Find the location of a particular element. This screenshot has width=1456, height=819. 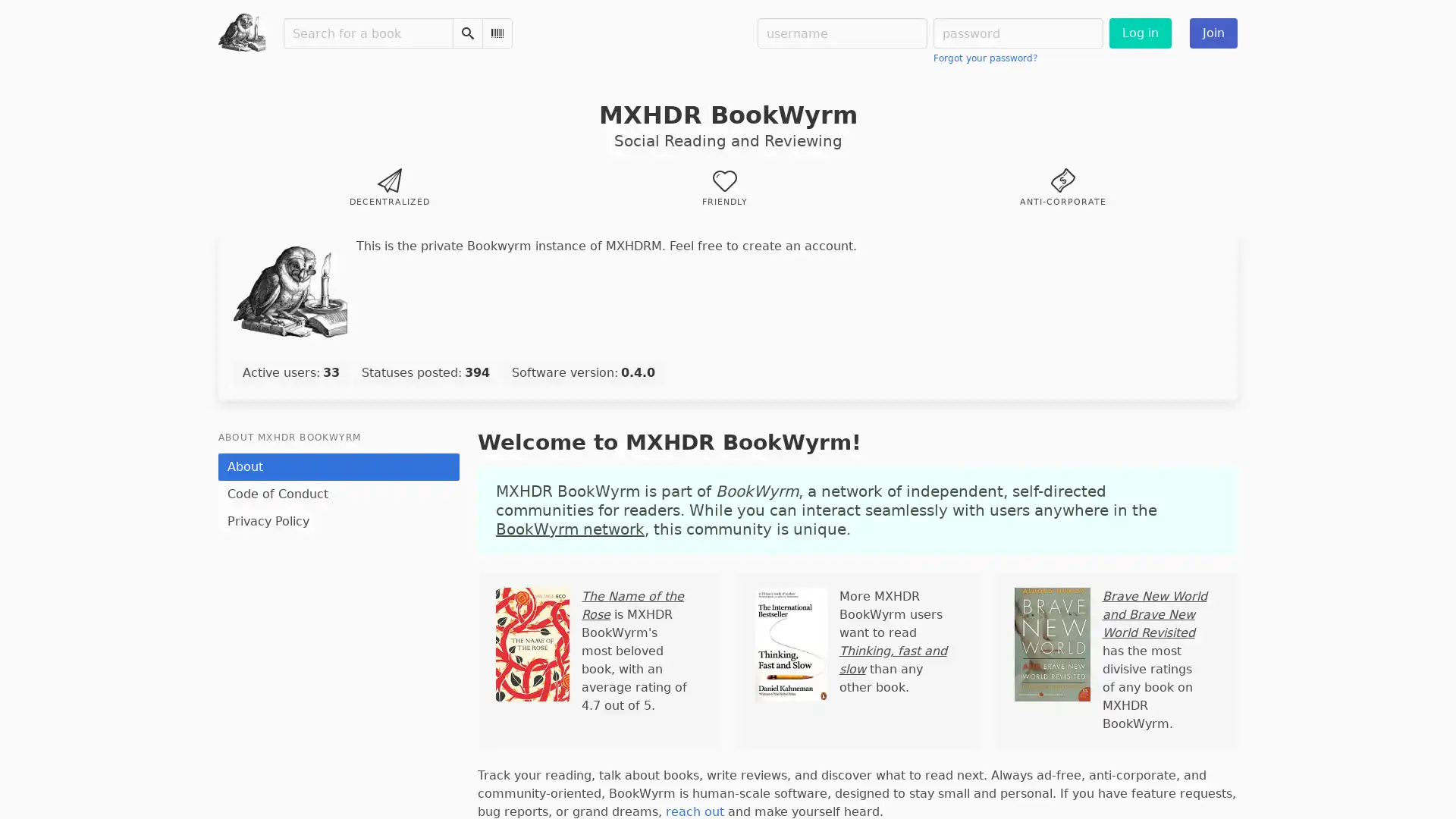

Scan Barcode is located at coordinates (497, 33).